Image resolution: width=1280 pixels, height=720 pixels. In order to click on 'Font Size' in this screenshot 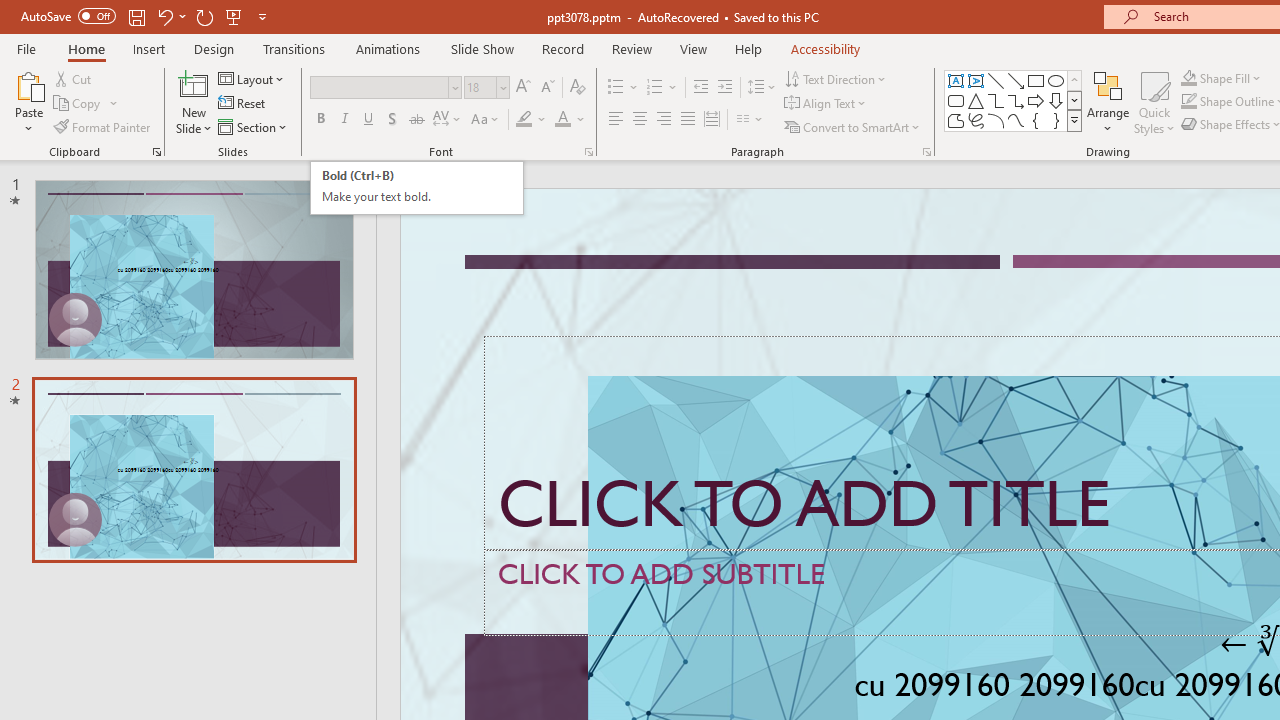, I will do `click(480, 86)`.